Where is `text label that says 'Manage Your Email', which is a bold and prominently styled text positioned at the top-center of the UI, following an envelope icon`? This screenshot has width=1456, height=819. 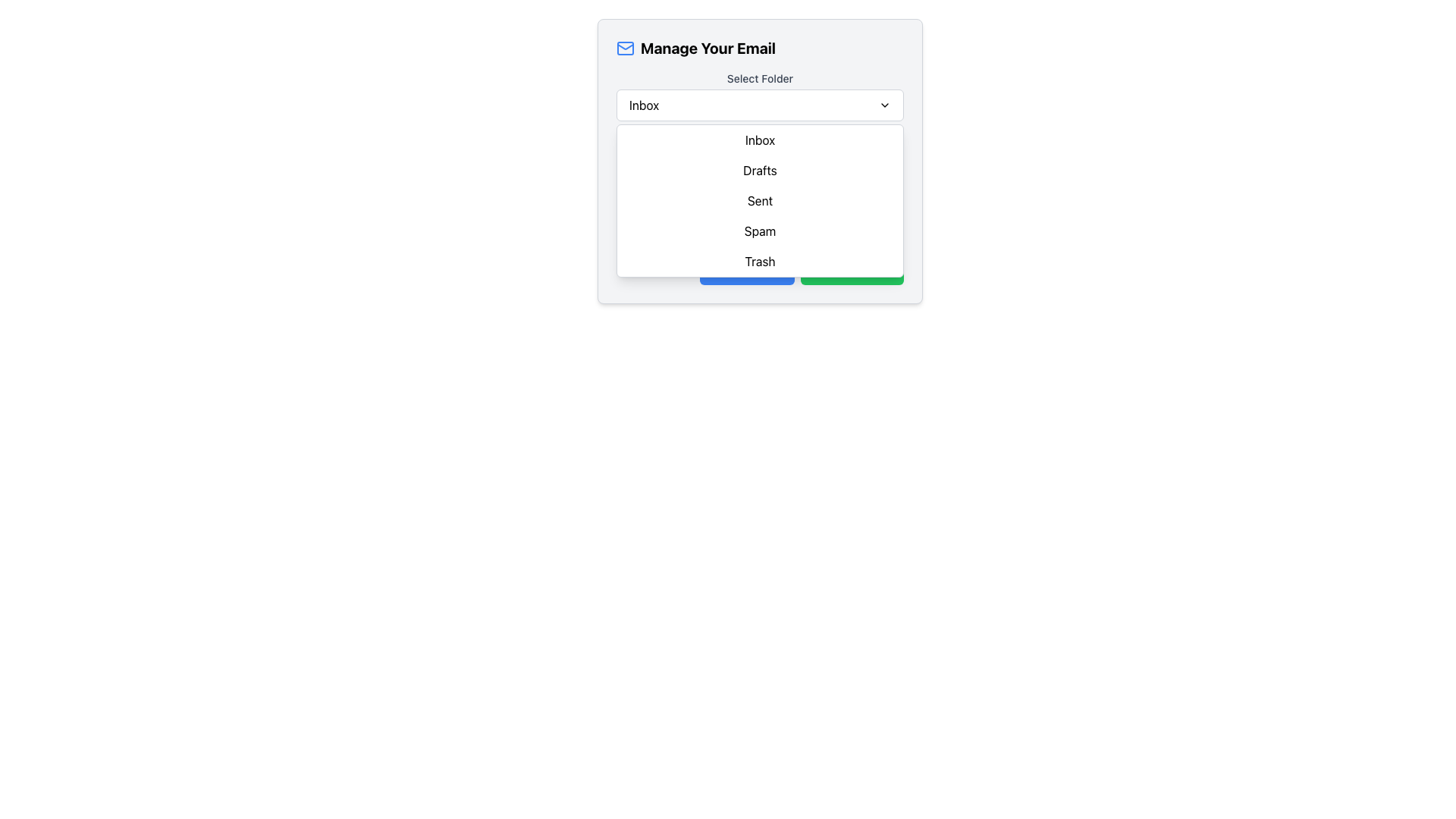
text label that says 'Manage Your Email', which is a bold and prominently styled text positioned at the top-center of the UI, following an envelope icon is located at coordinates (708, 48).